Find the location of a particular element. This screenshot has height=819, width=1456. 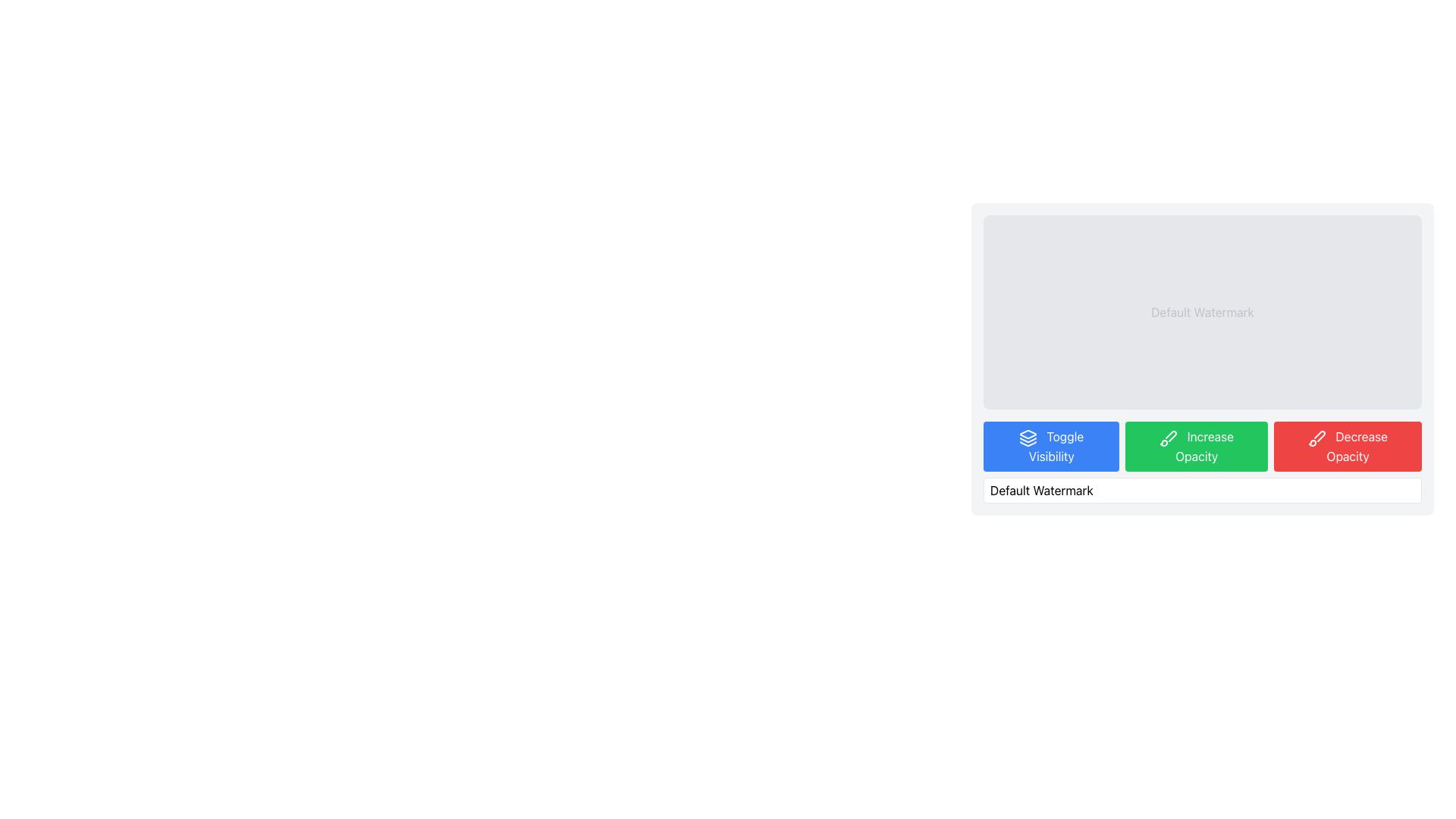

the visibility toggle icon located within the 'Toggle Visibility' button in the bottom-left section of the button panel, which is the first element preceding the text label is located at coordinates (1028, 438).